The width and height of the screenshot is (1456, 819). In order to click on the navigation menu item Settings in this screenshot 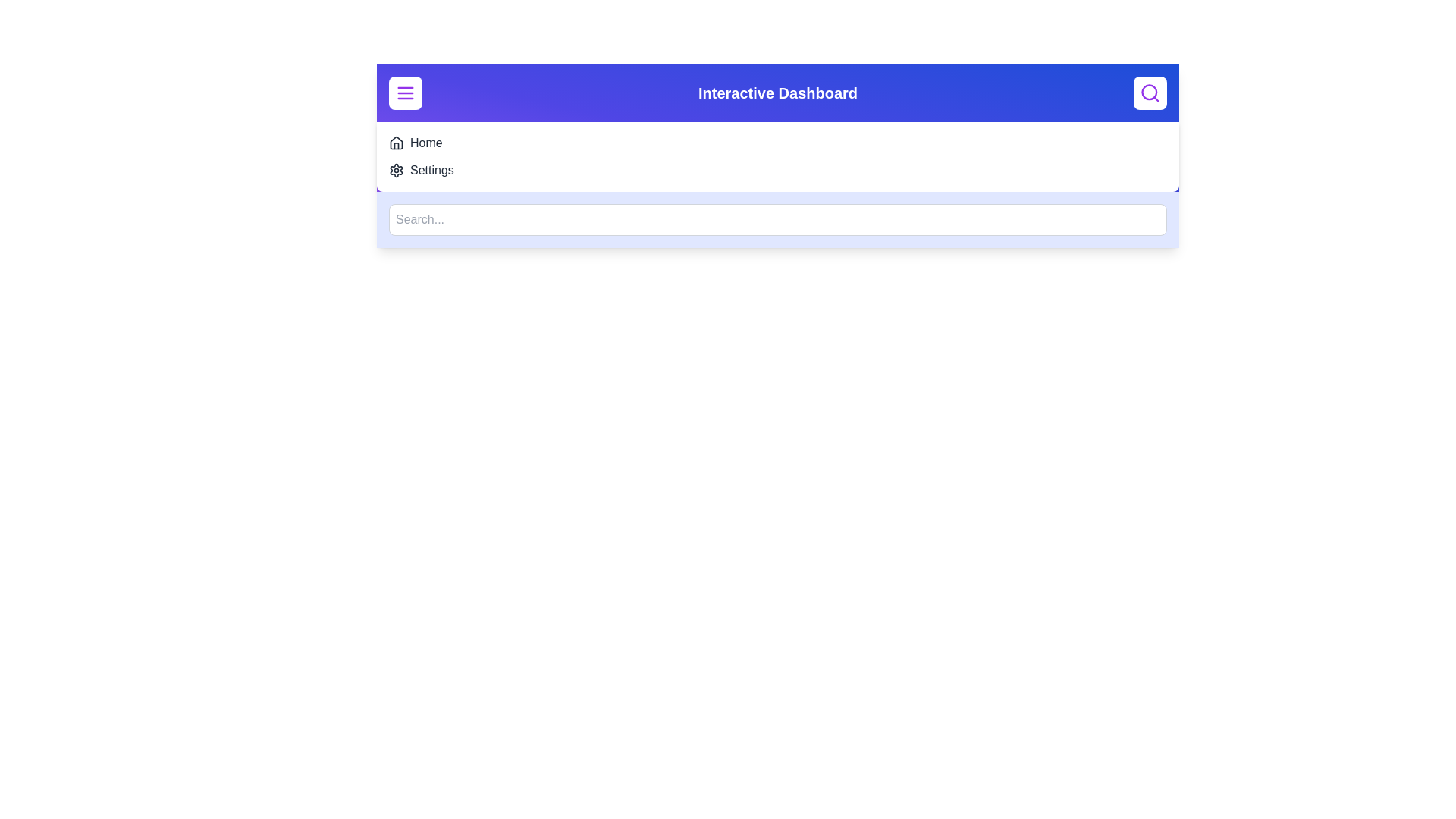, I will do `click(431, 170)`.